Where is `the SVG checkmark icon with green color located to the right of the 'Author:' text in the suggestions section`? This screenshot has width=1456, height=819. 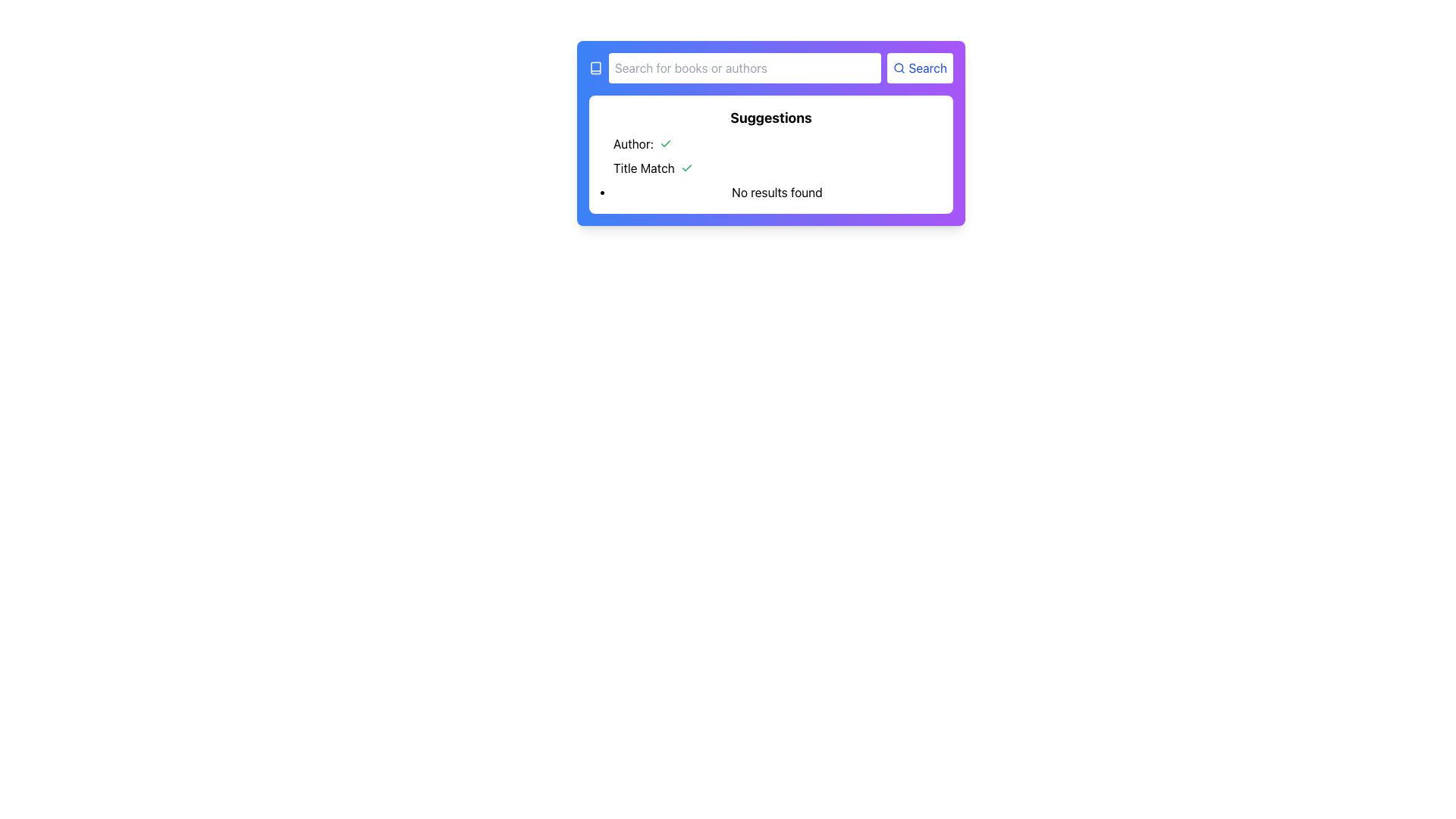 the SVG checkmark icon with green color located to the right of the 'Author:' text in the suggestions section is located at coordinates (666, 143).